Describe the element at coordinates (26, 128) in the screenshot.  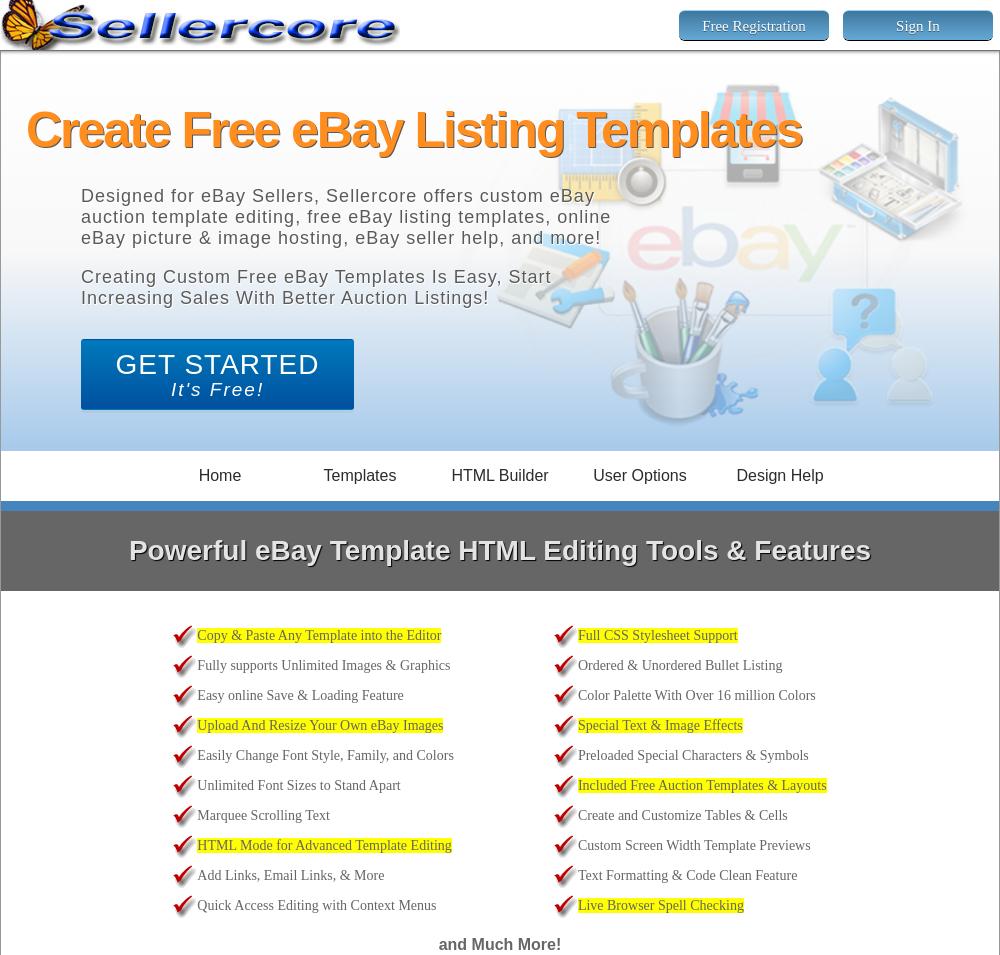
I see `'Create Free eBay Listing Templates'` at that location.